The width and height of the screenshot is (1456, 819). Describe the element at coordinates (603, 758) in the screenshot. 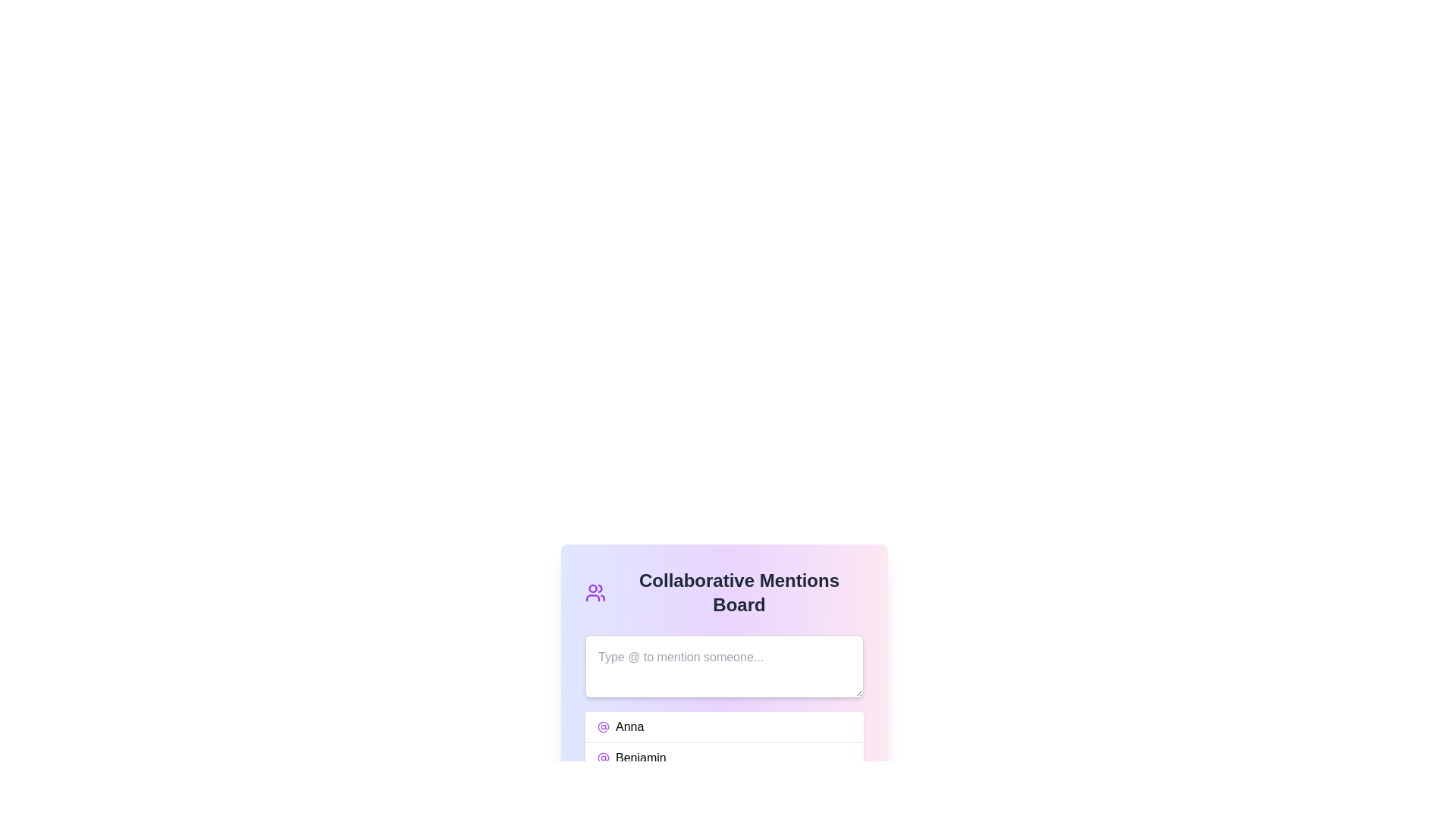

I see `the circular '@' icon with a purple hue located to the left of the text 'Benjamin' in the selectable list item` at that location.